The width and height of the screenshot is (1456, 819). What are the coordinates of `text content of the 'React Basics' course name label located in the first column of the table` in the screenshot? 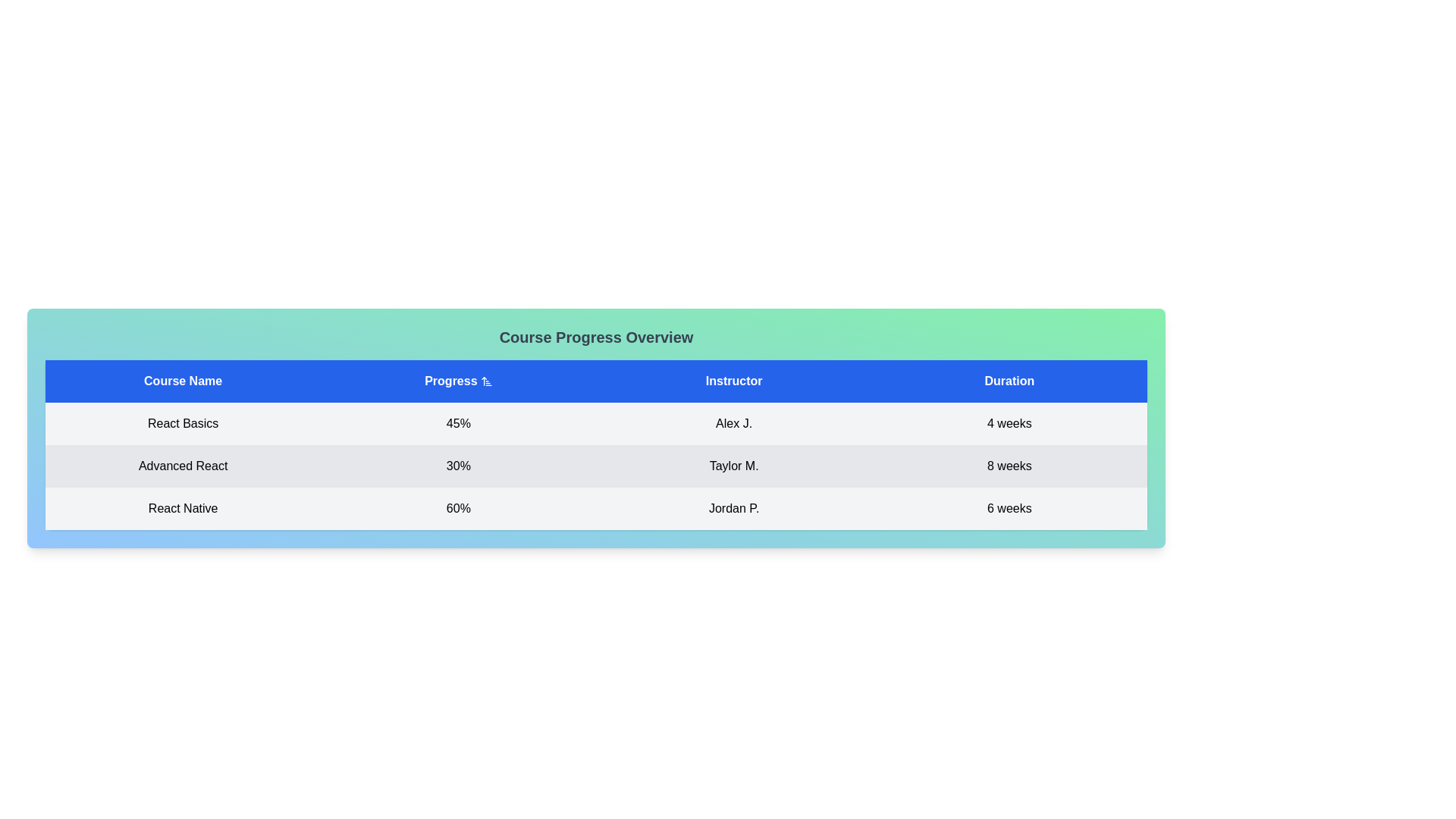 It's located at (182, 424).